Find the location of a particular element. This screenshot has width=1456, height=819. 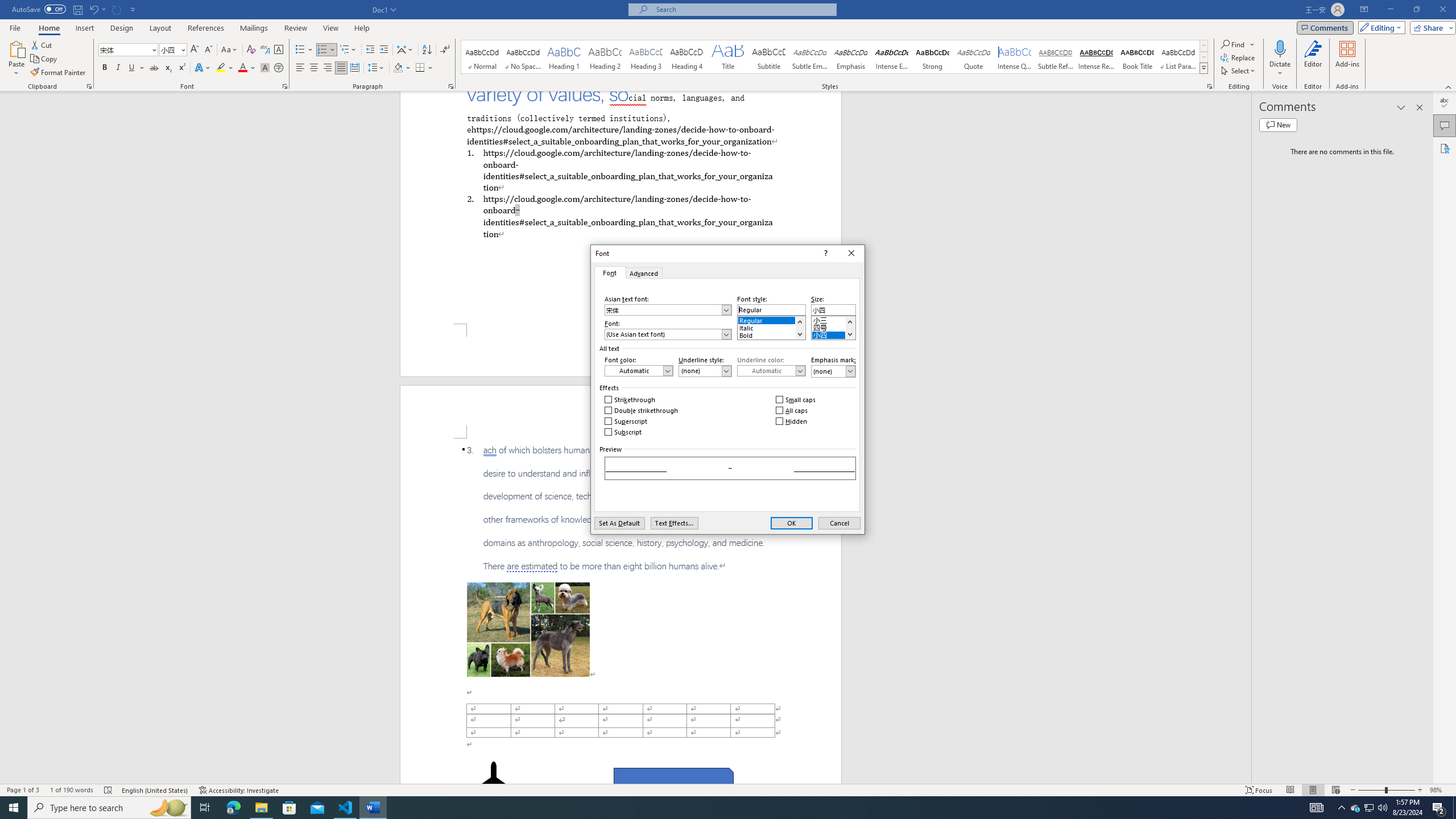

'Set As Default' is located at coordinates (619, 523).